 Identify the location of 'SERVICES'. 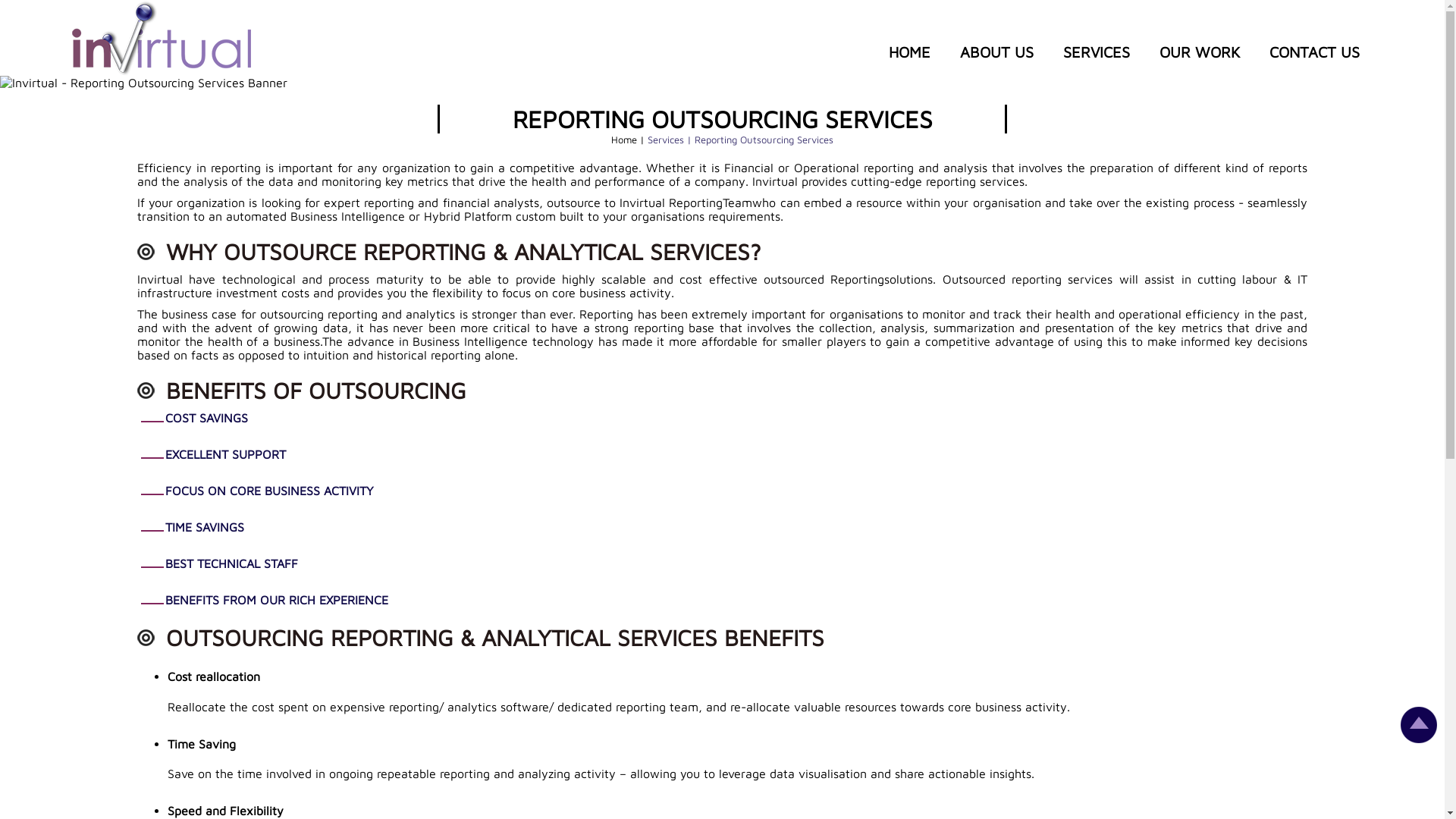
(1096, 51).